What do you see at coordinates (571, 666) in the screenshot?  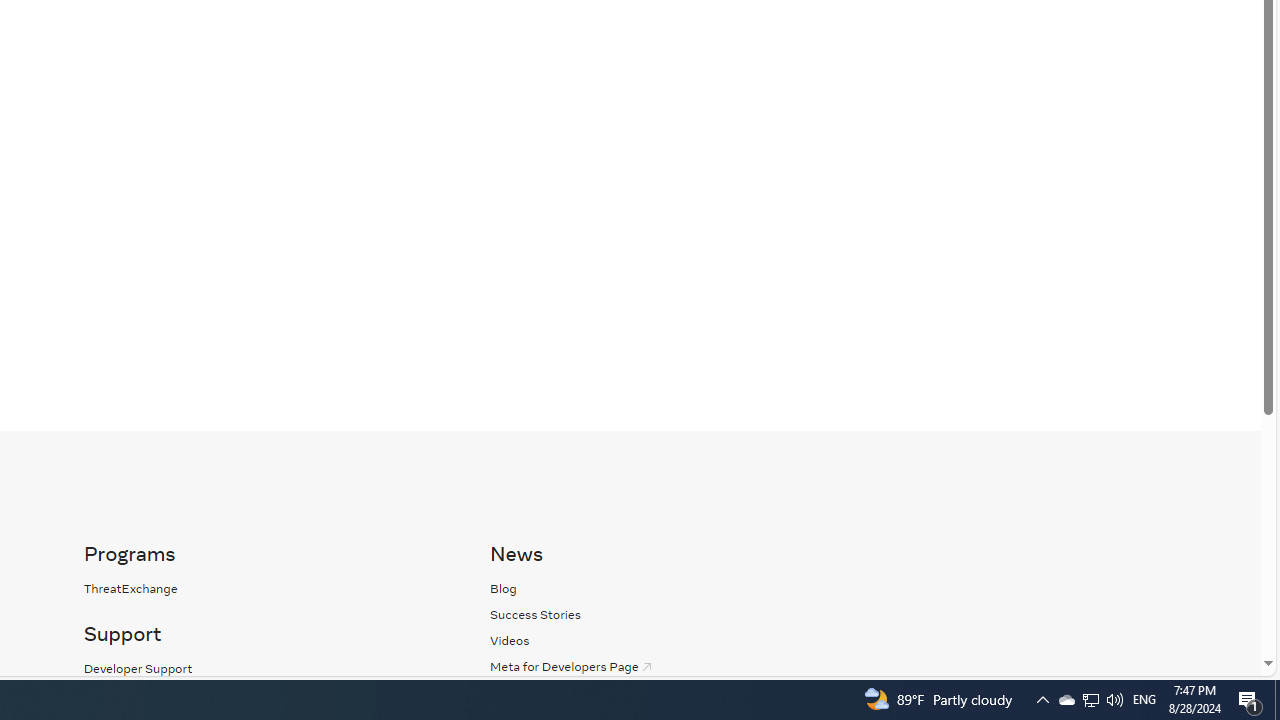 I see `'Meta for Developers Page'` at bounding box center [571, 666].